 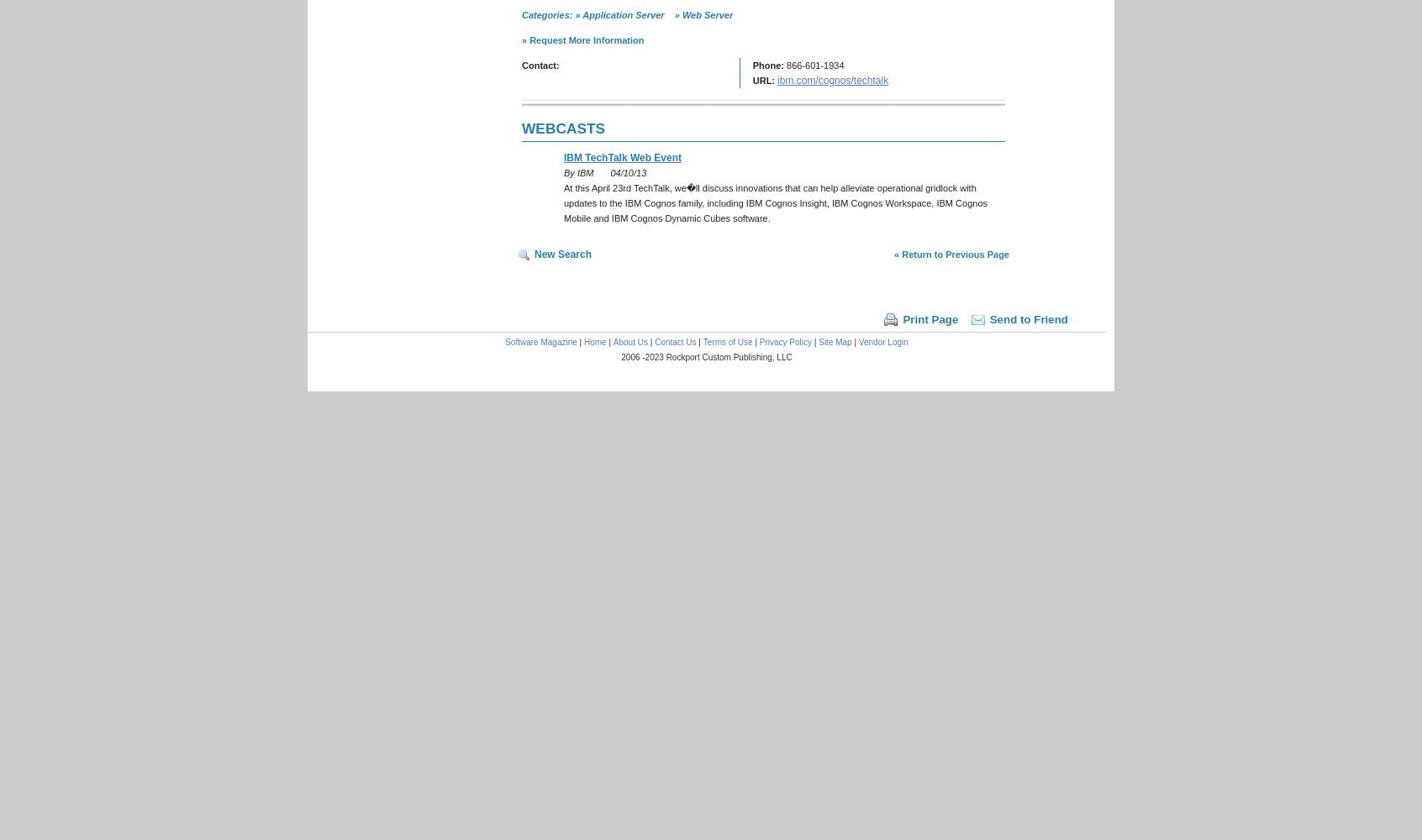 I want to click on 'Send to Friend', so click(x=1028, y=319).